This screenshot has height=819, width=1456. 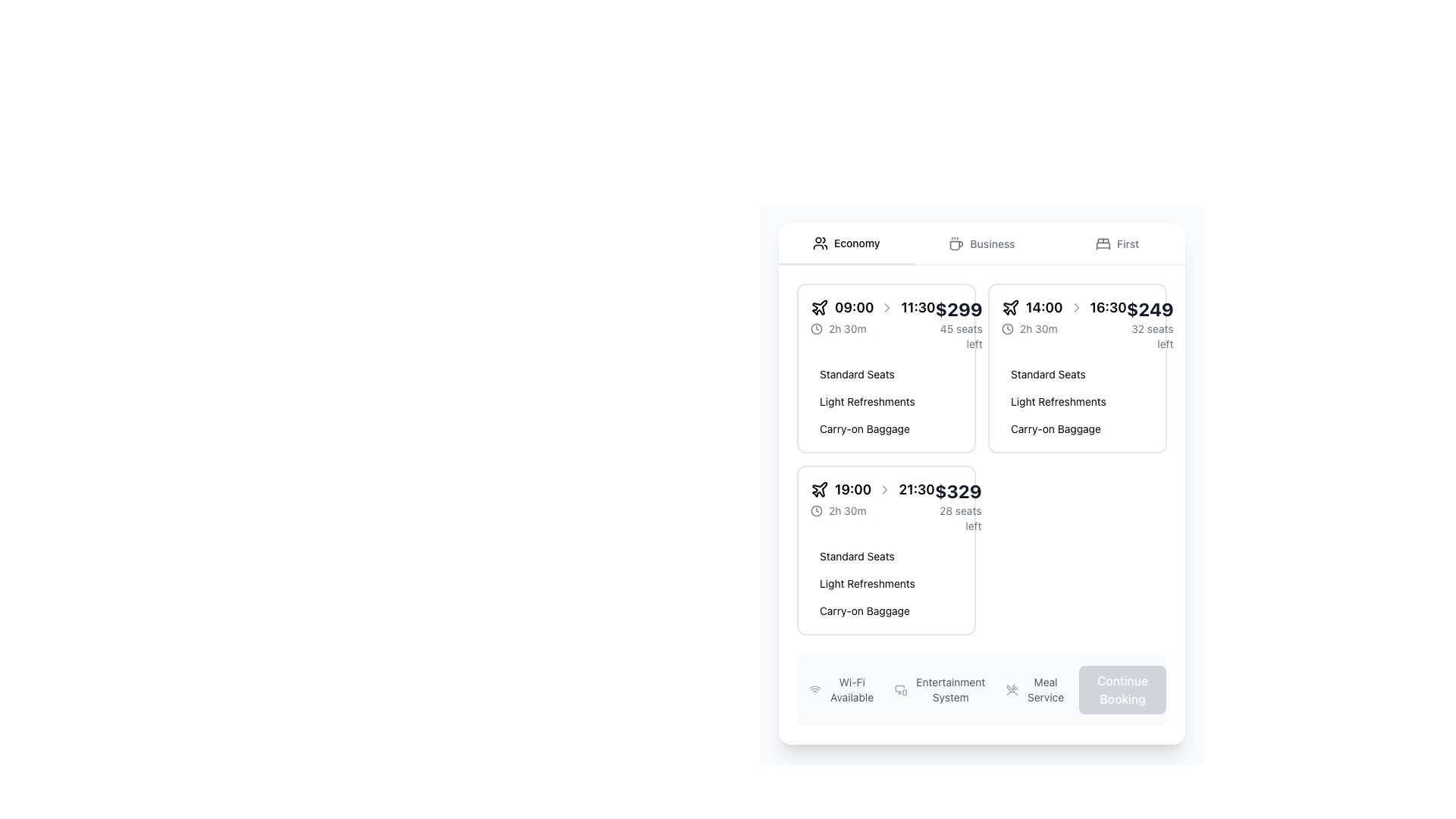 I want to click on the economy icon featuring two stylized individuals, so click(x=820, y=242).